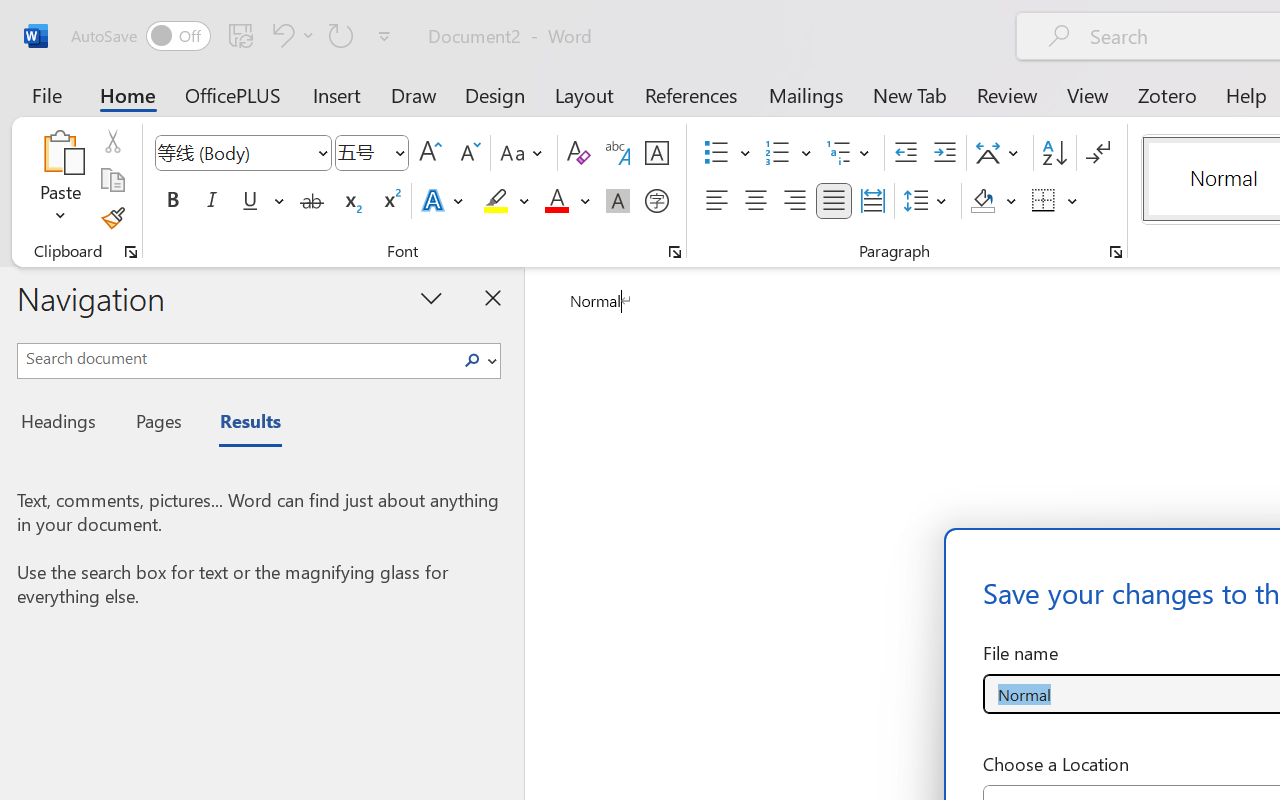  What do you see at coordinates (656, 201) in the screenshot?
I see `'Enclose Characters...'` at bounding box center [656, 201].